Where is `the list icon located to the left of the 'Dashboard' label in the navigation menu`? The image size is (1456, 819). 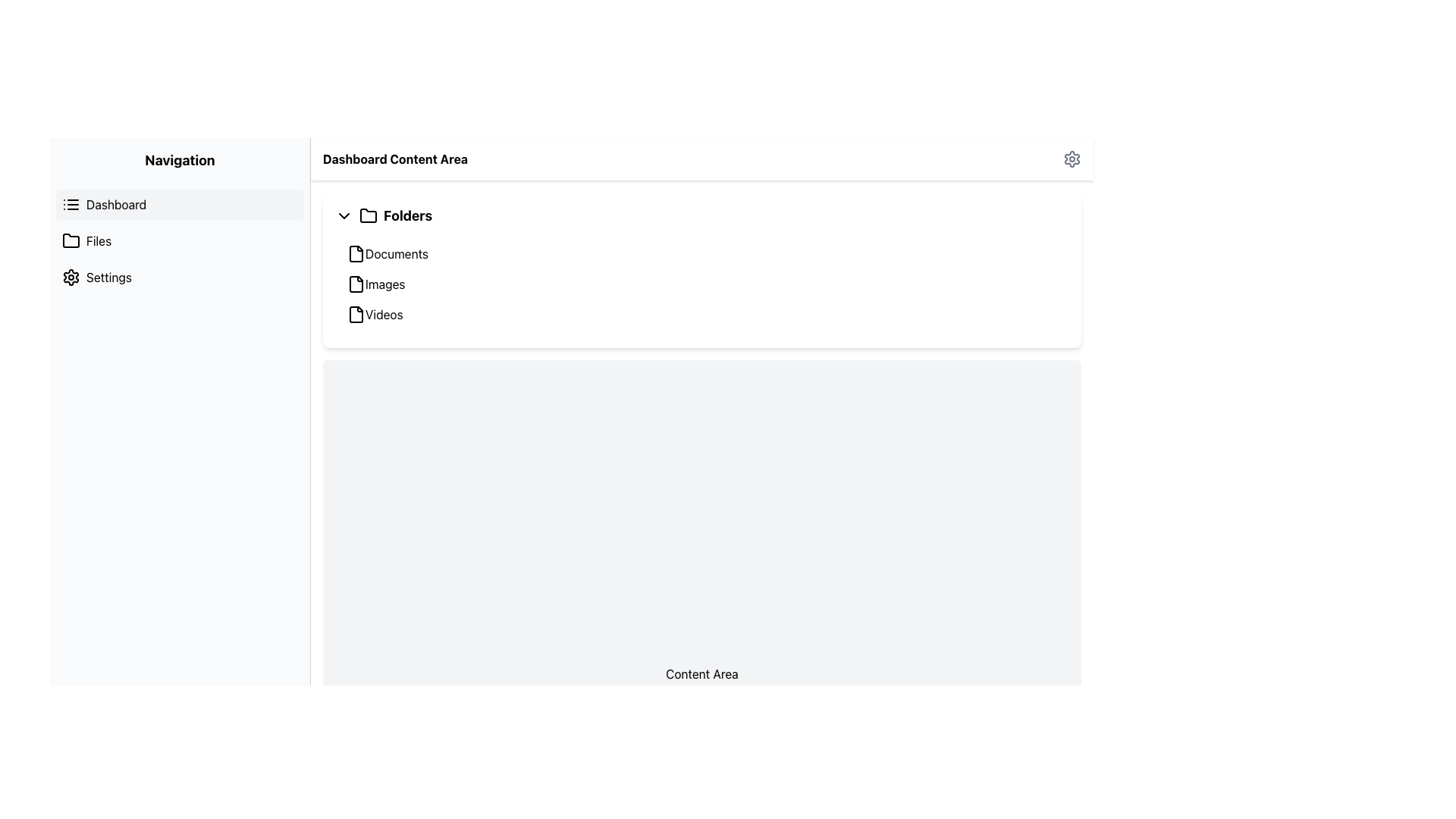
the list icon located to the left of the 'Dashboard' label in the navigation menu is located at coordinates (71, 205).